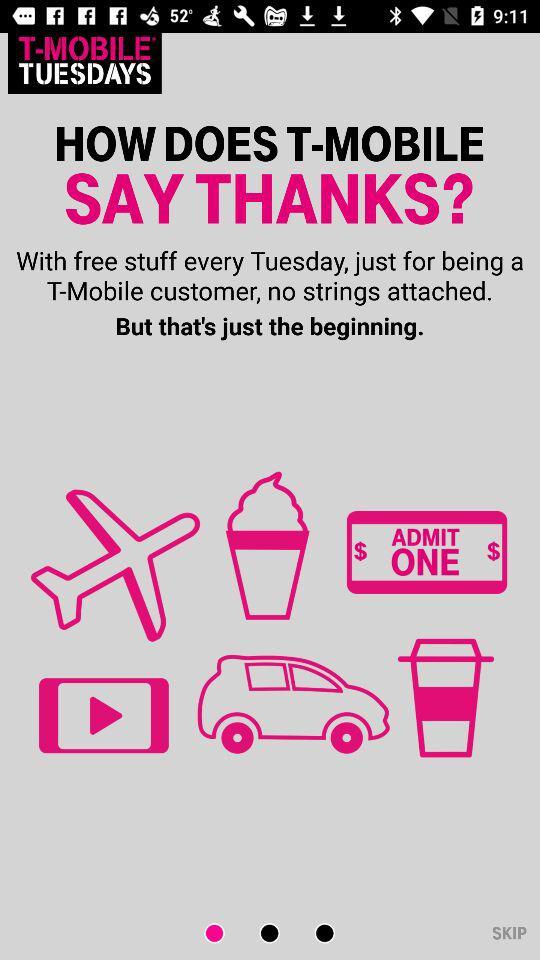 The width and height of the screenshot is (540, 960). I want to click on next scene, so click(312, 933).